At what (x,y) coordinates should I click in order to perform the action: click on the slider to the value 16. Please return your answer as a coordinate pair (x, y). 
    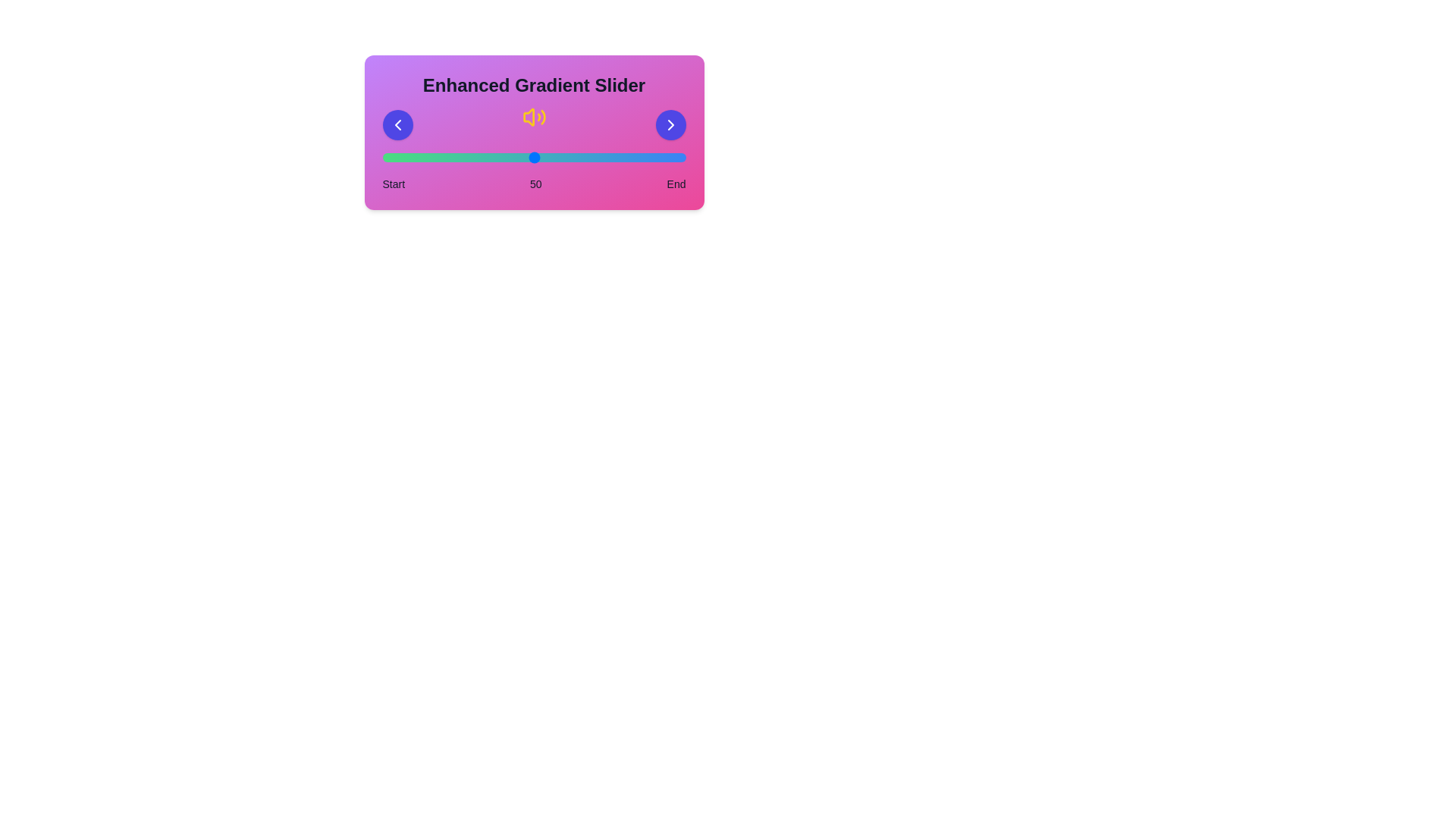
    Looking at the image, I should click on (430, 158).